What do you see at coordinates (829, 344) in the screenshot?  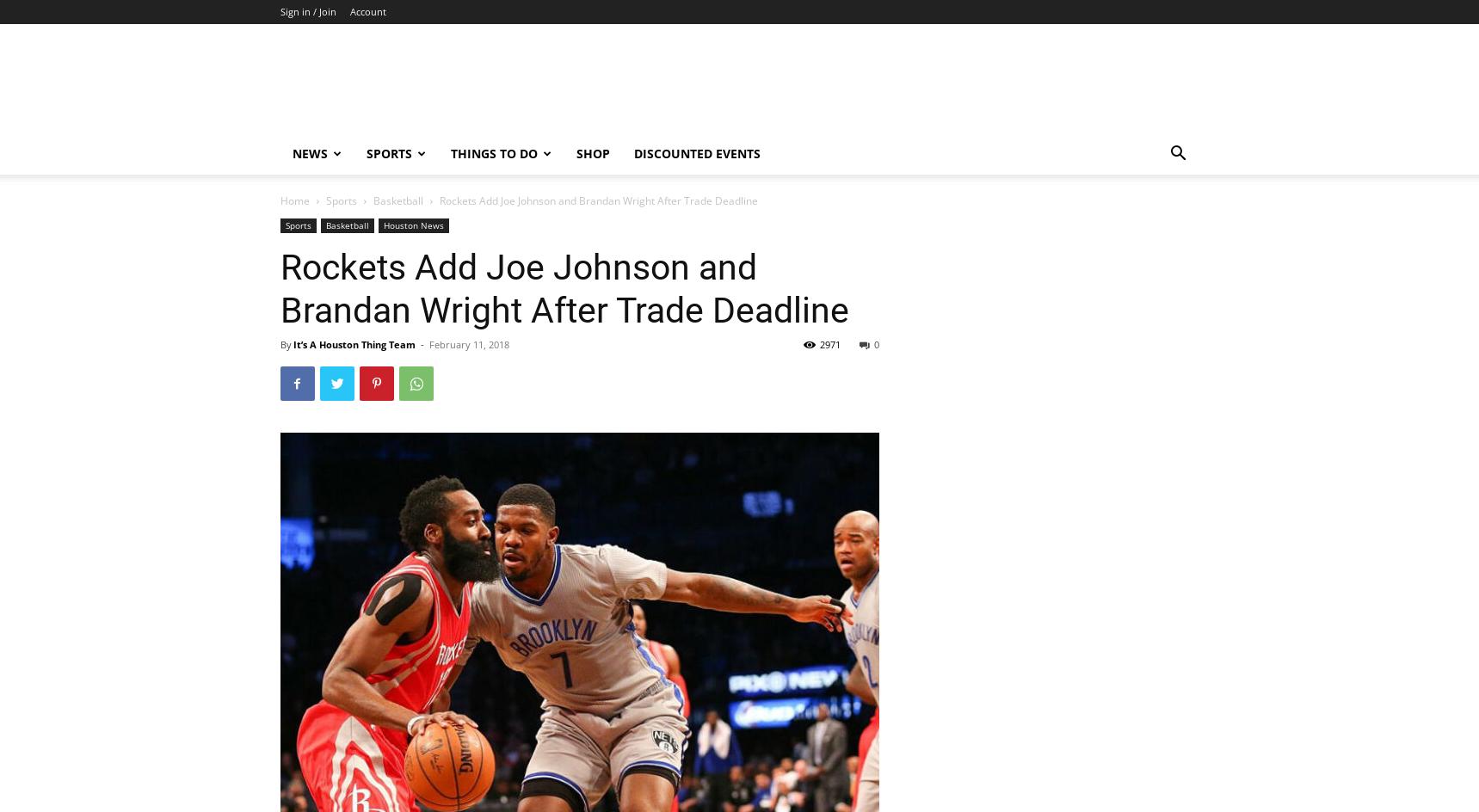 I see `'2971'` at bounding box center [829, 344].